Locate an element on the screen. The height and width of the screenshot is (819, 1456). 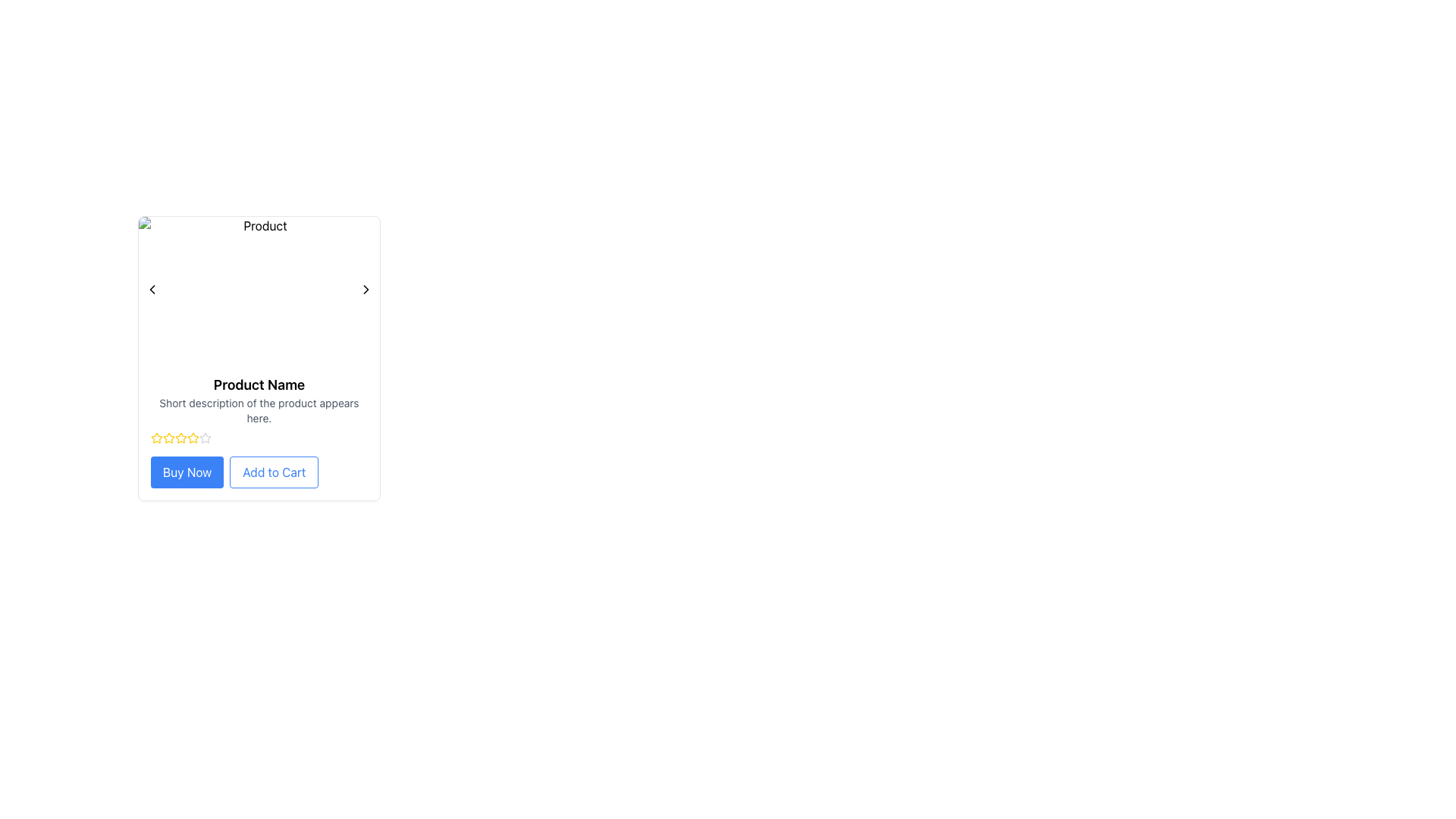
the second star-shaped yellow icon in the rating component to change the rating is located at coordinates (181, 438).